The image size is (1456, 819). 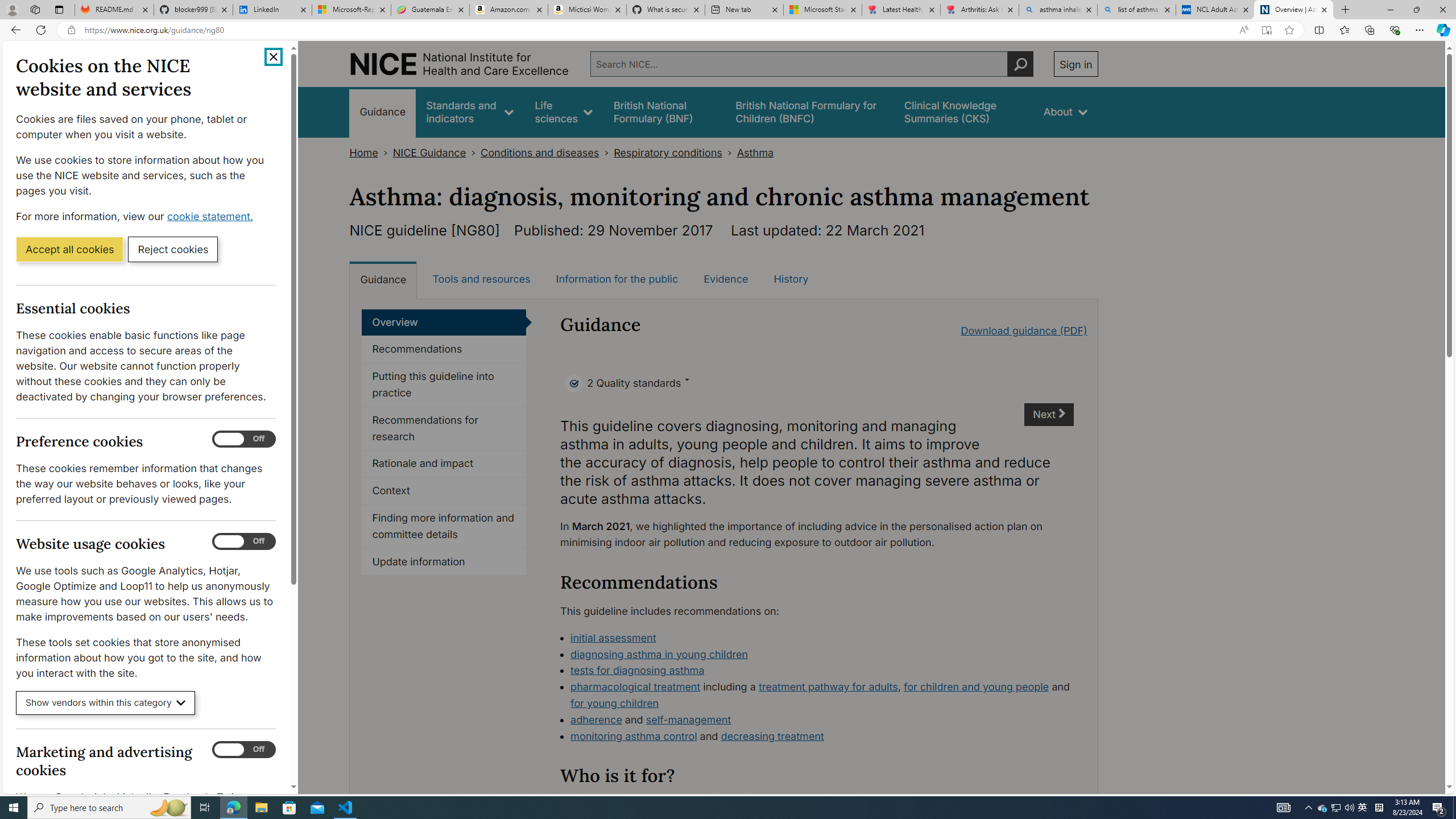 What do you see at coordinates (443, 464) in the screenshot?
I see `'Rationale and impact'` at bounding box center [443, 464].